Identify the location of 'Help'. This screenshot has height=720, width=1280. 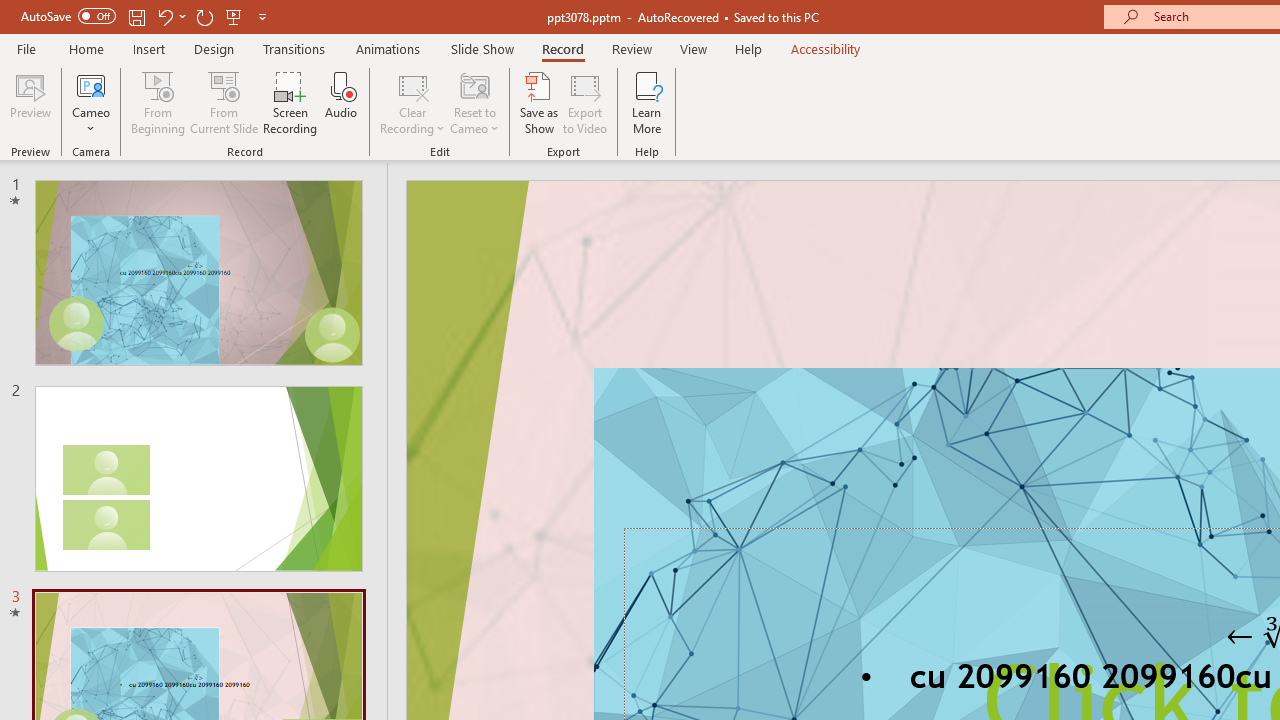
(747, 48).